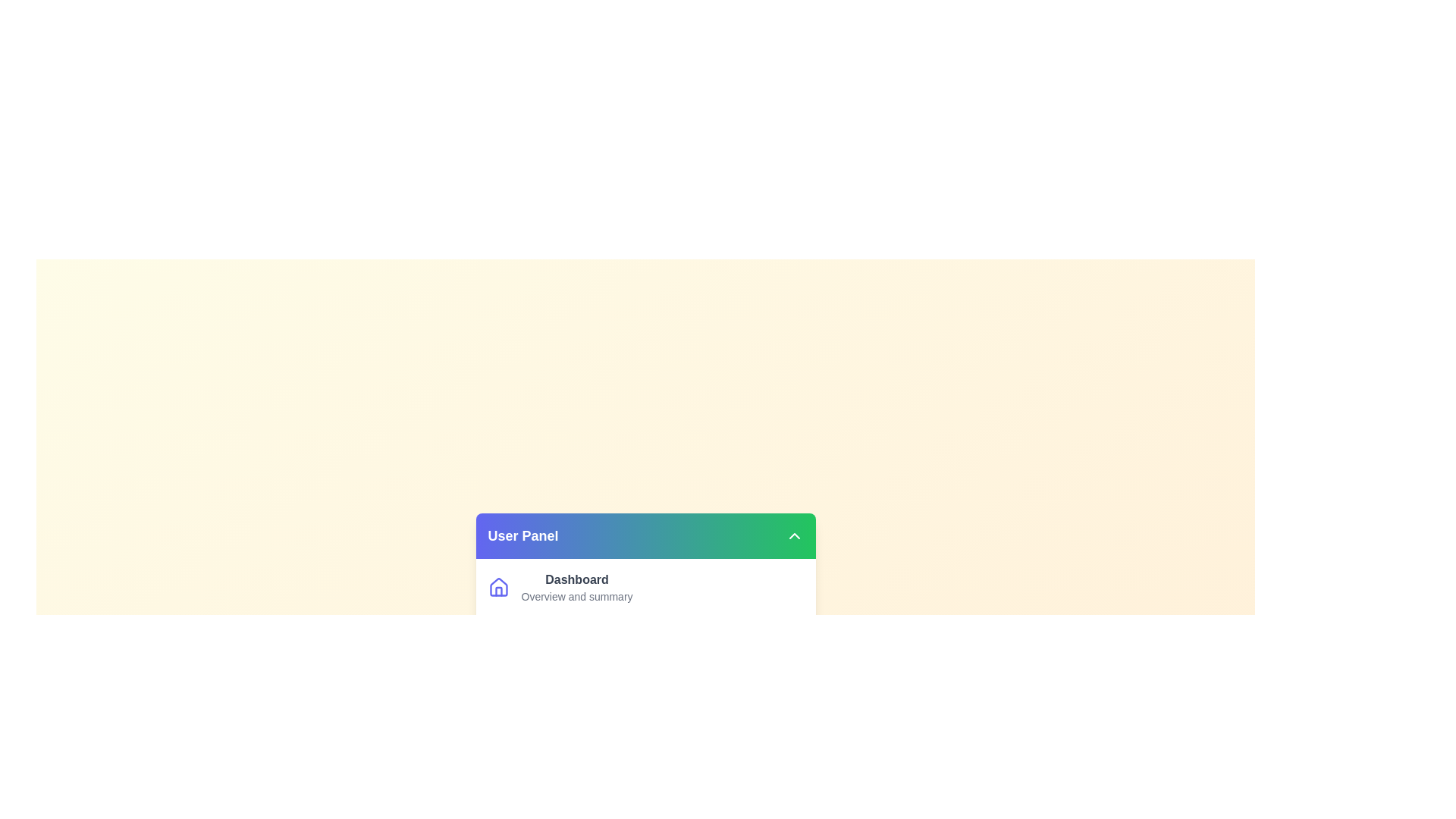  What do you see at coordinates (645, 807) in the screenshot?
I see `the footer area to read the message` at bounding box center [645, 807].